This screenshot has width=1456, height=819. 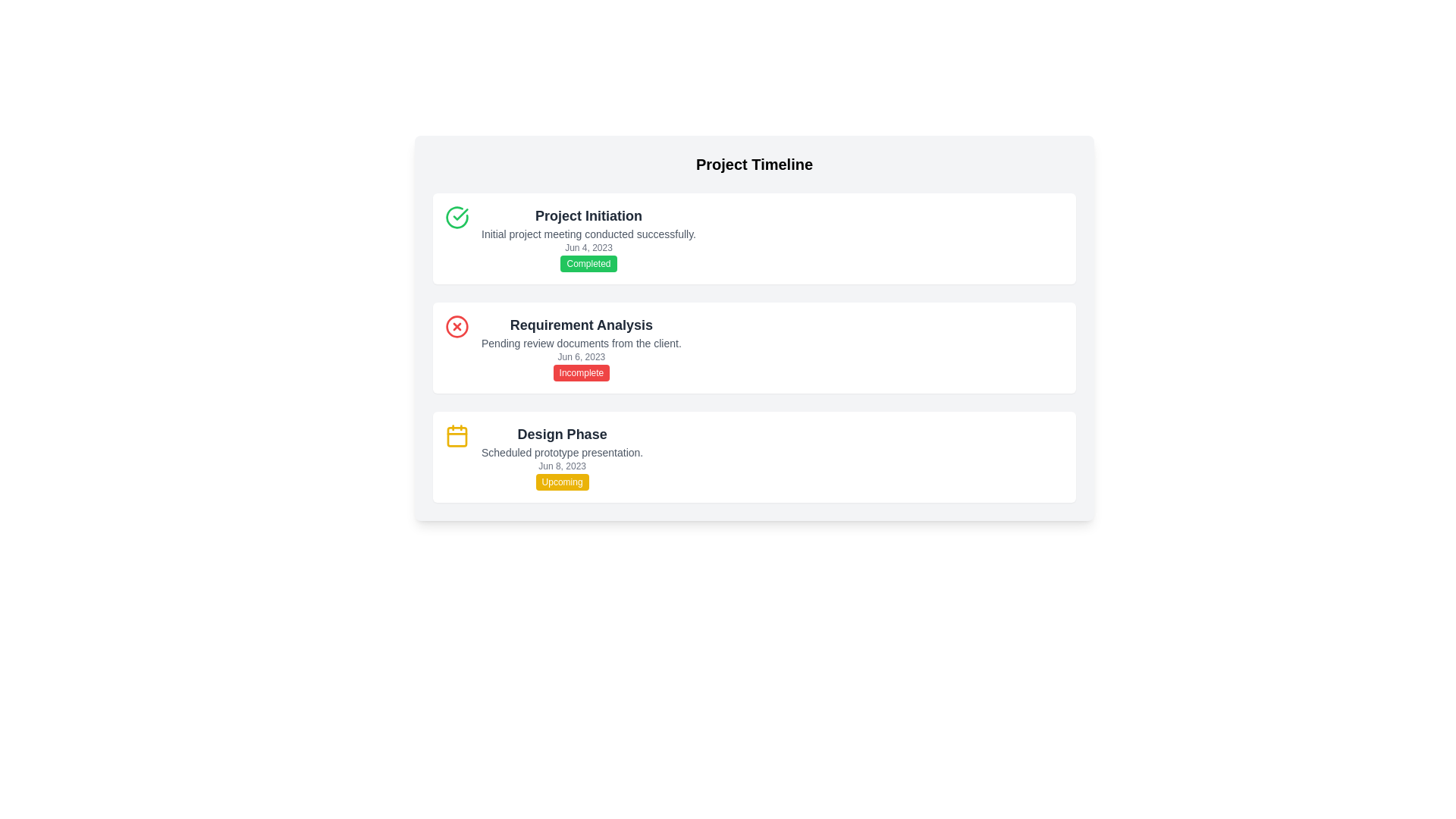 What do you see at coordinates (561, 452) in the screenshot?
I see `the informational text element that describes the scheduled activity for the 'Design Phase', located within the timeline UI` at bounding box center [561, 452].